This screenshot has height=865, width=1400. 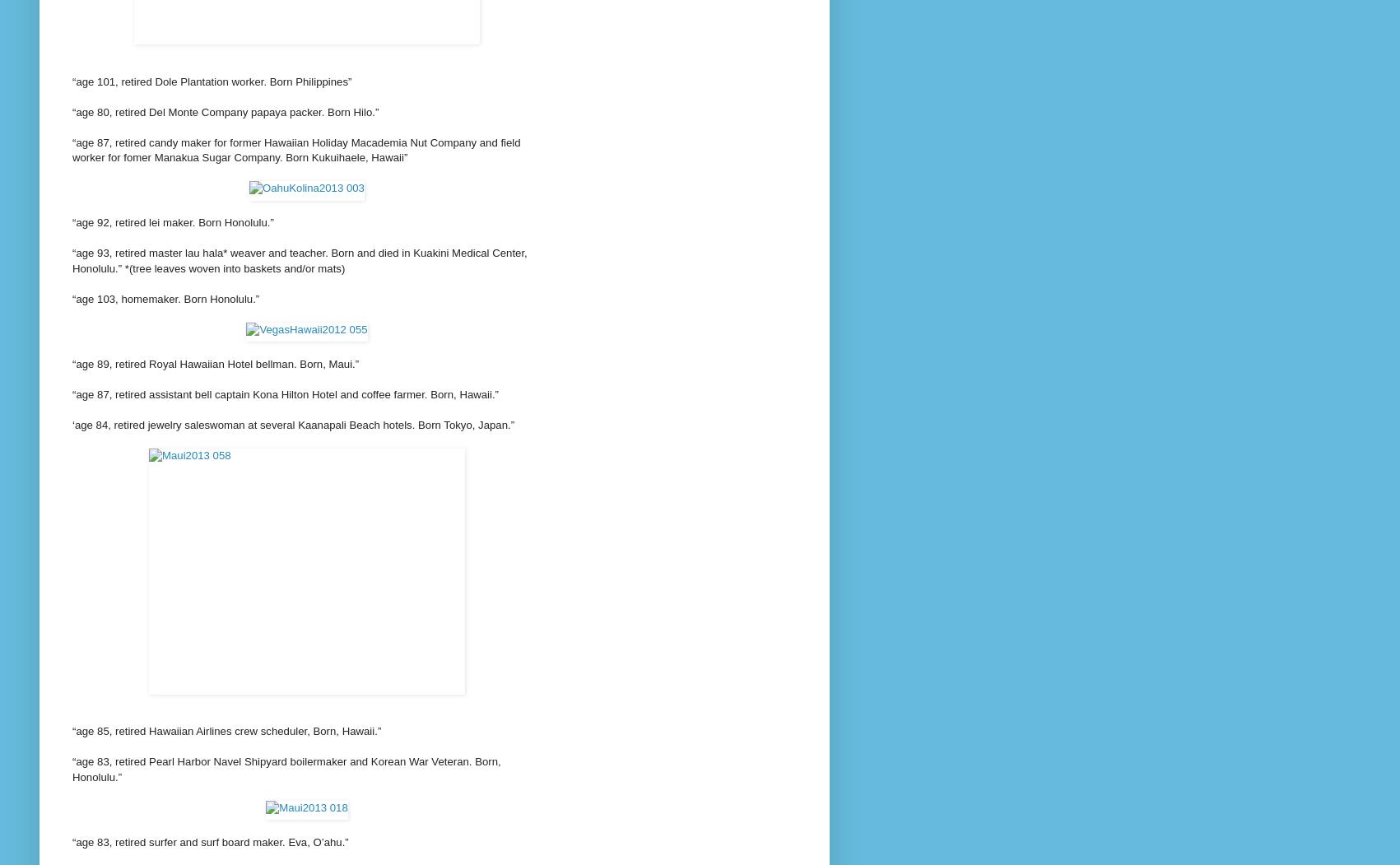 I want to click on '‘age 84, retired jewelry saleswoman at several Kaanapali Beach hotels. Born Tokyo, Japan.”', so click(x=72, y=424).